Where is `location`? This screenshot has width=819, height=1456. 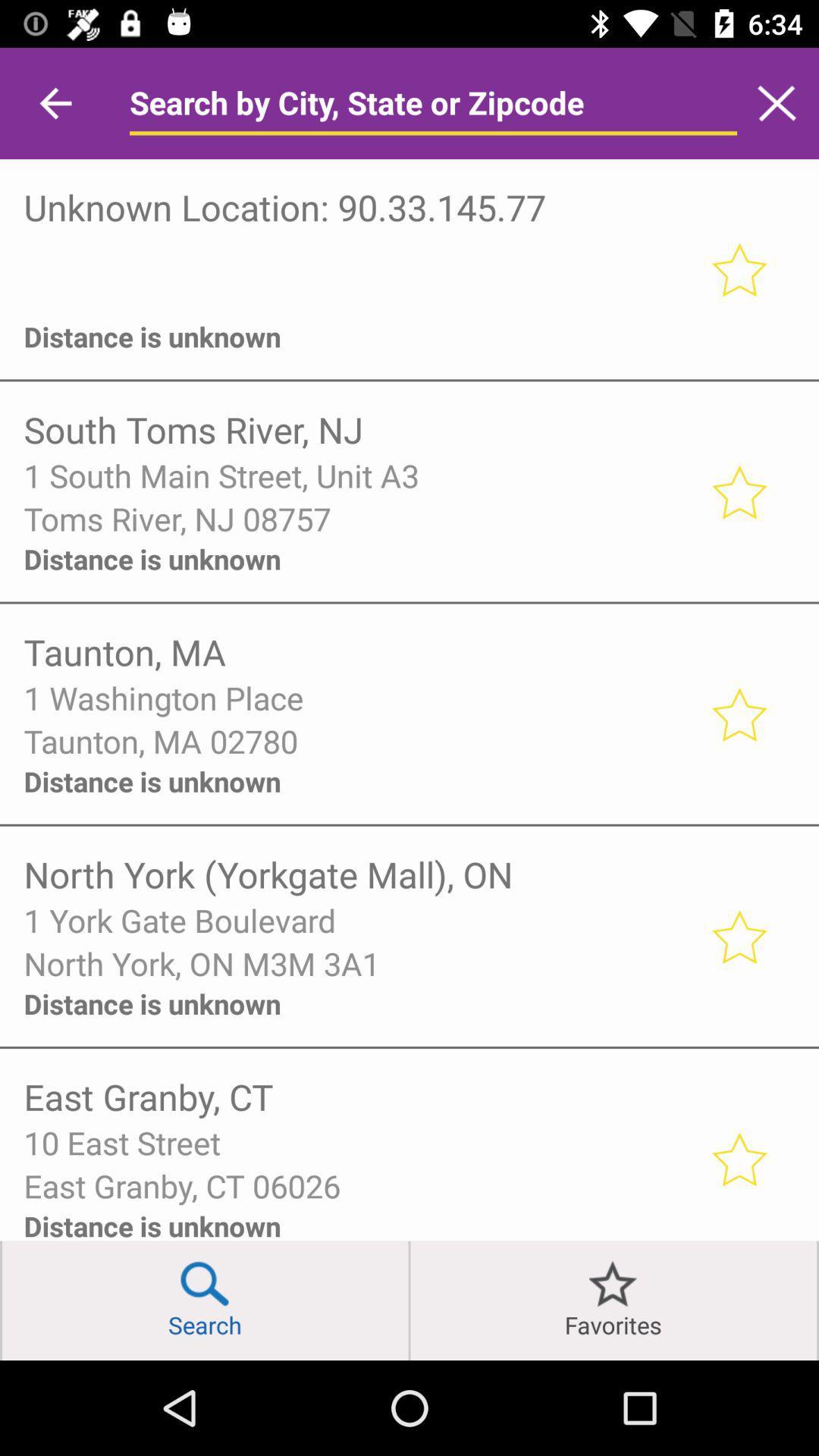 location is located at coordinates (738, 935).